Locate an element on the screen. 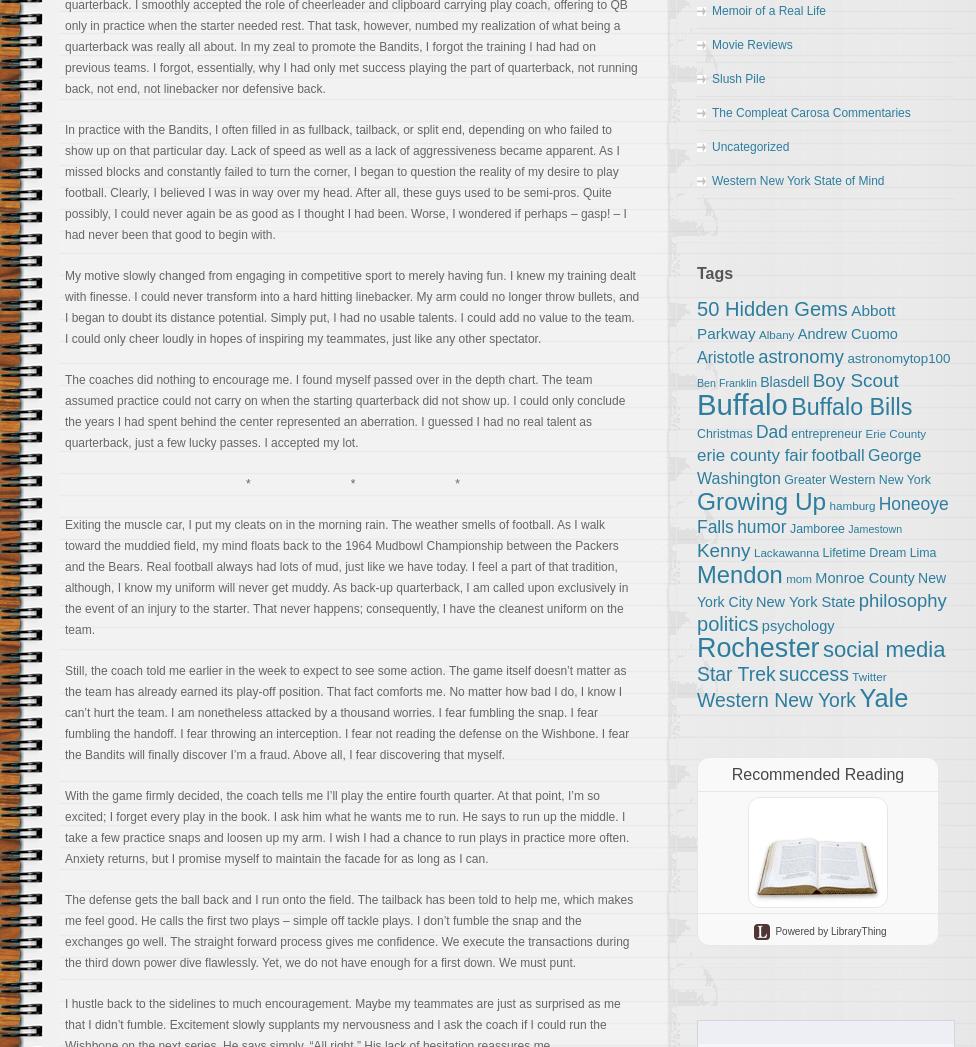 Image resolution: width=976 pixels, height=1047 pixels. 'Tags' is located at coordinates (714, 273).